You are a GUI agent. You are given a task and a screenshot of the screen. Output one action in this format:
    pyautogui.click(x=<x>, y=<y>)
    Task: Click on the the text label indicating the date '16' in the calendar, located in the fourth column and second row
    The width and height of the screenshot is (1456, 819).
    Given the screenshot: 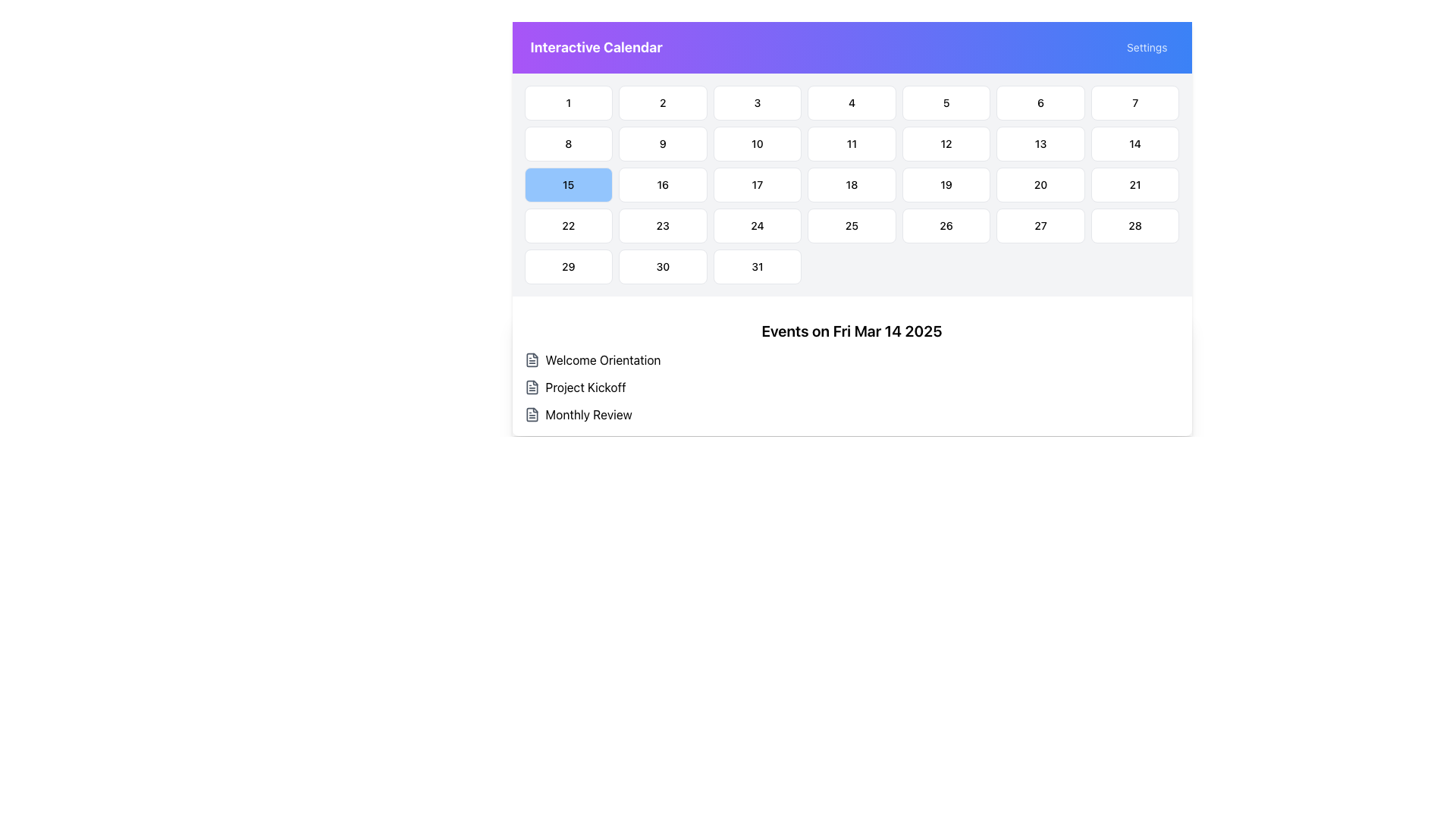 What is the action you would take?
    pyautogui.click(x=663, y=184)
    